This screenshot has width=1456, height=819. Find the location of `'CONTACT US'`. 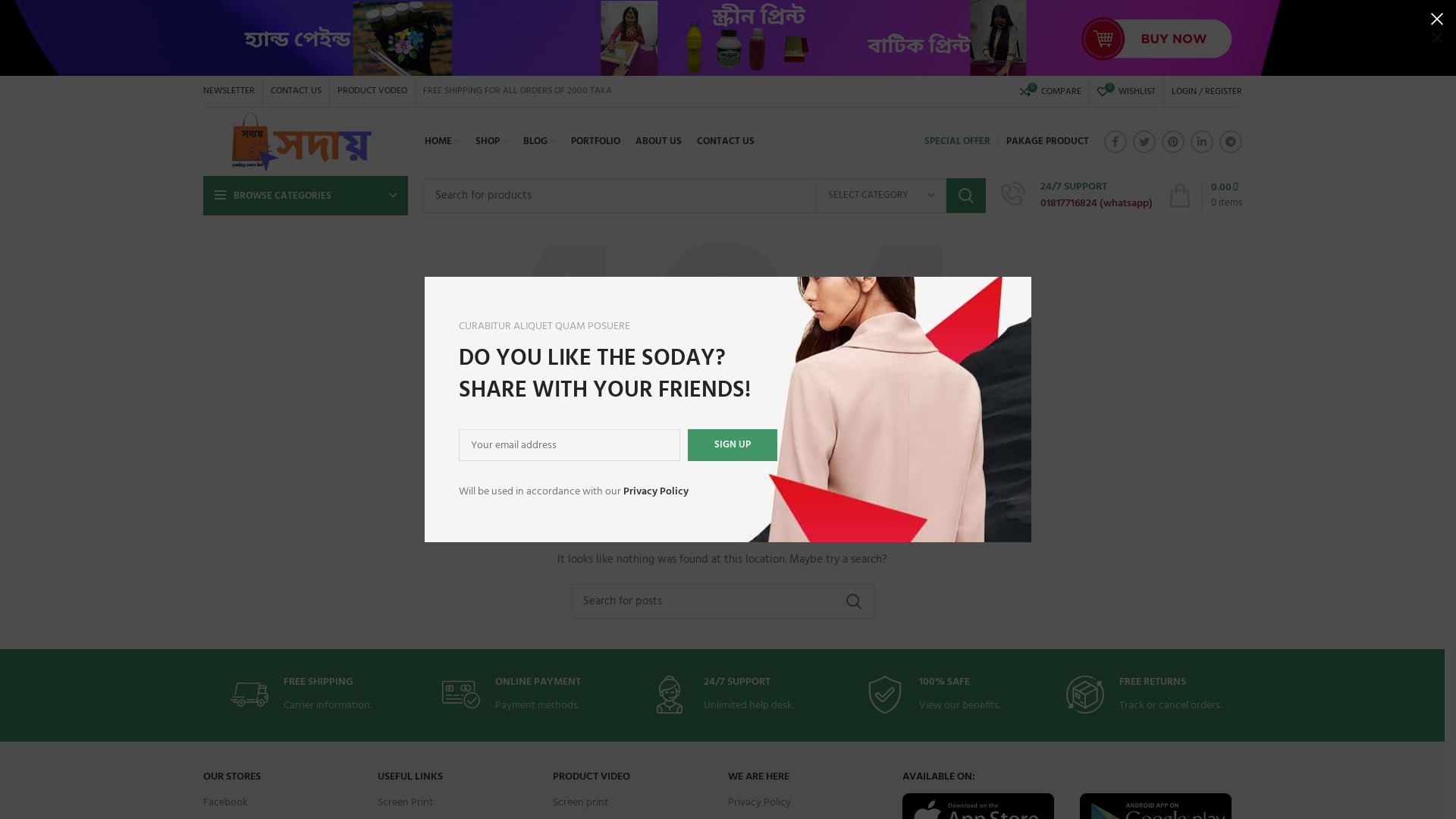

'CONTACT US' is located at coordinates (295, 91).